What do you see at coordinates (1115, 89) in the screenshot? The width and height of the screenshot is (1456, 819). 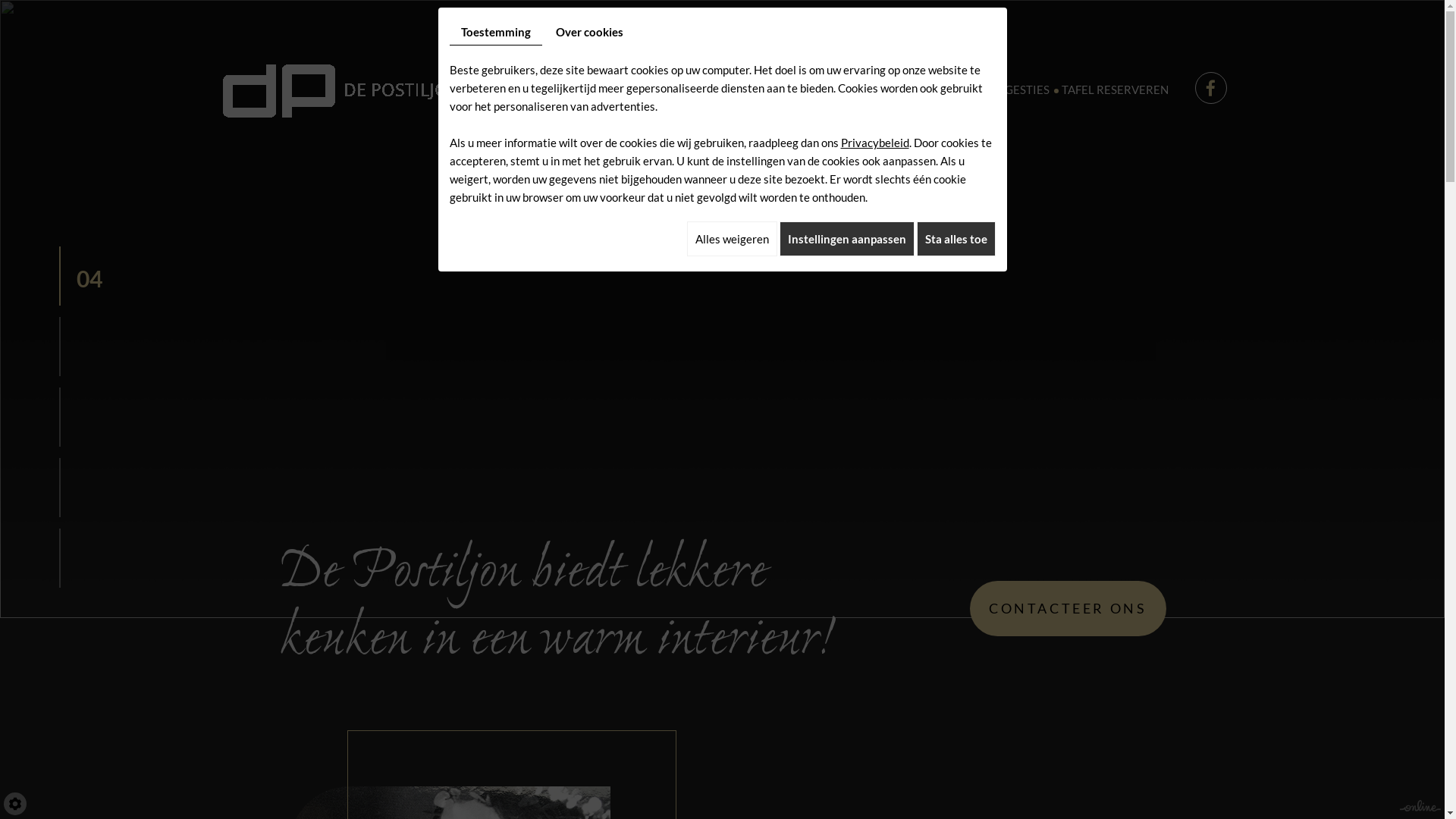 I see `'TAFEL RESERVEREN'` at bounding box center [1115, 89].